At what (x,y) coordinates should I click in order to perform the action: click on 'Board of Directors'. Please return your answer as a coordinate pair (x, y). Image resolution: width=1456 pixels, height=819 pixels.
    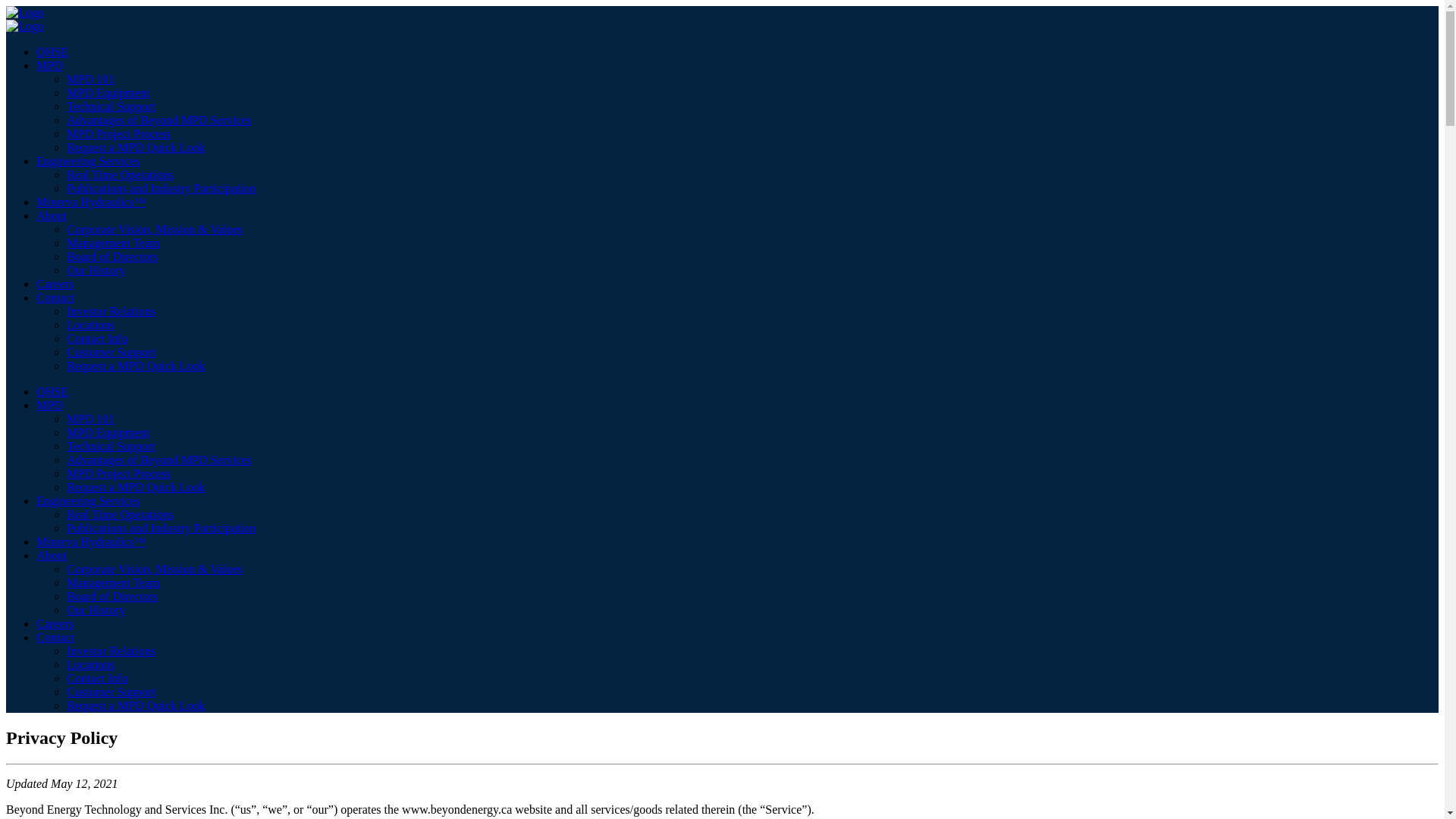
    Looking at the image, I should click on (111, 256).